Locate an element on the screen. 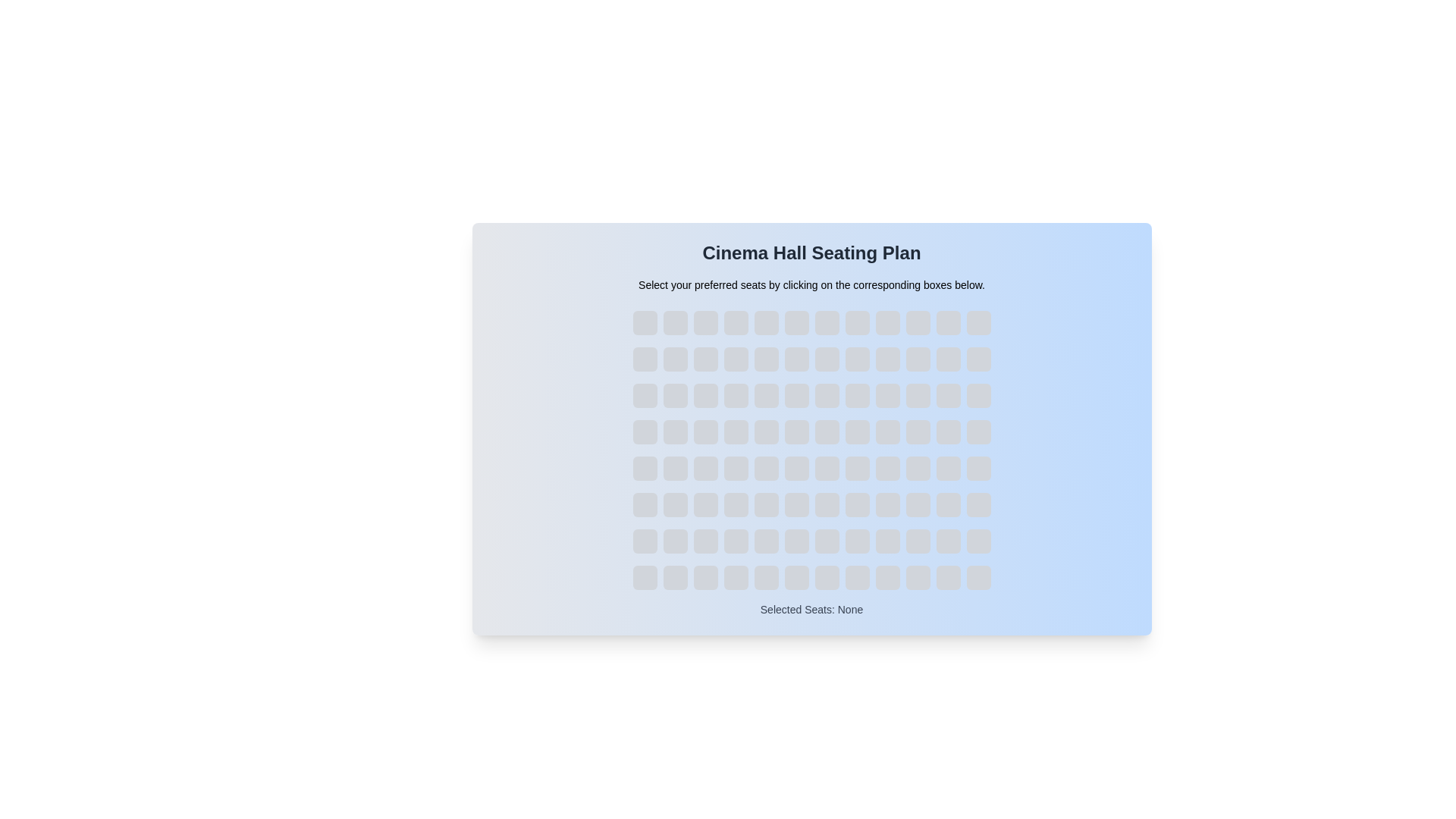 The height and width of the screenshot is (819, 1456). the text element displaying the selected seats at the bottom of the component is located at coordinates (811, 608).